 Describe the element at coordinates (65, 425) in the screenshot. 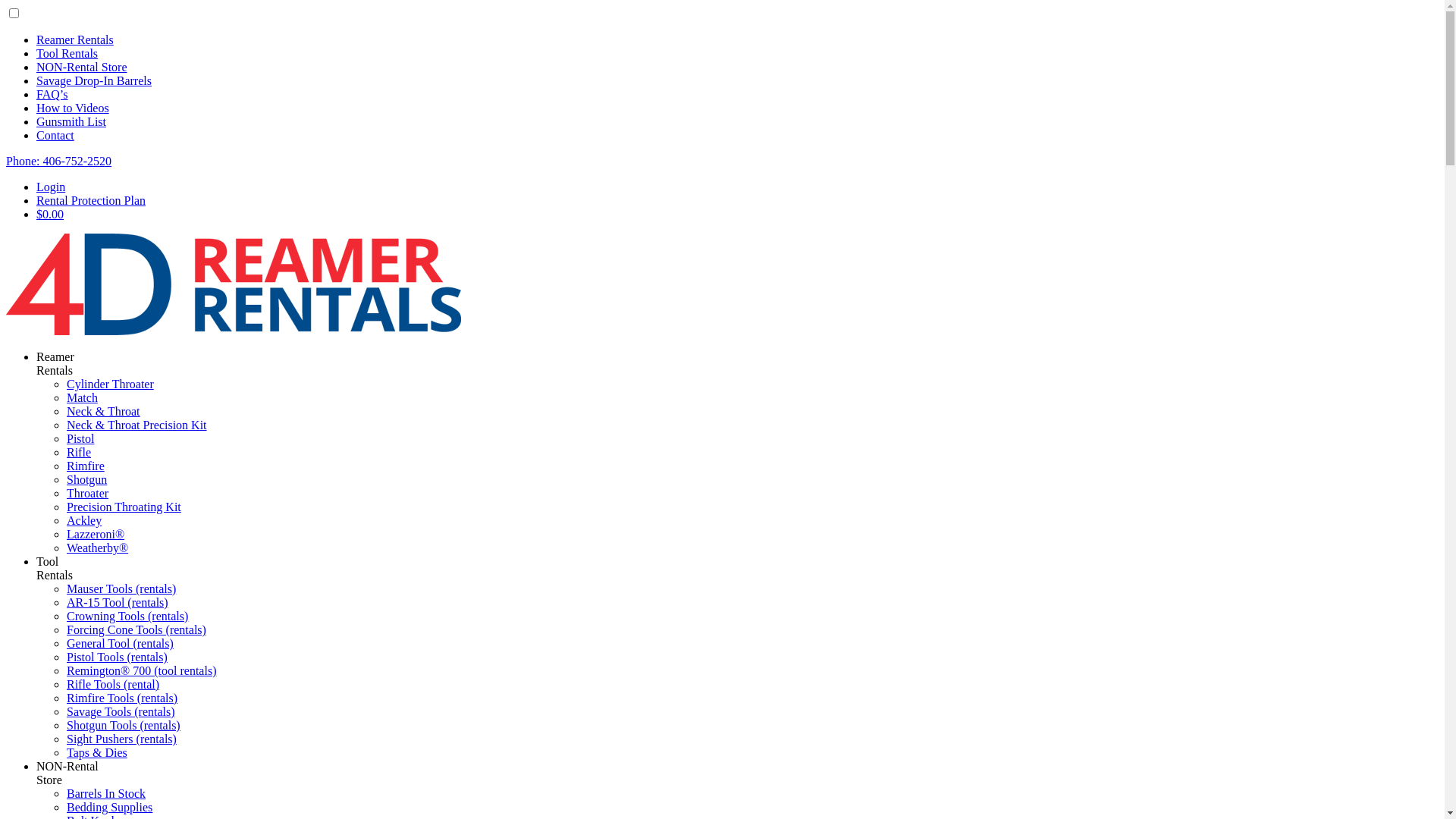

I see `'Neck & Throat Precision Kit'` at that location.